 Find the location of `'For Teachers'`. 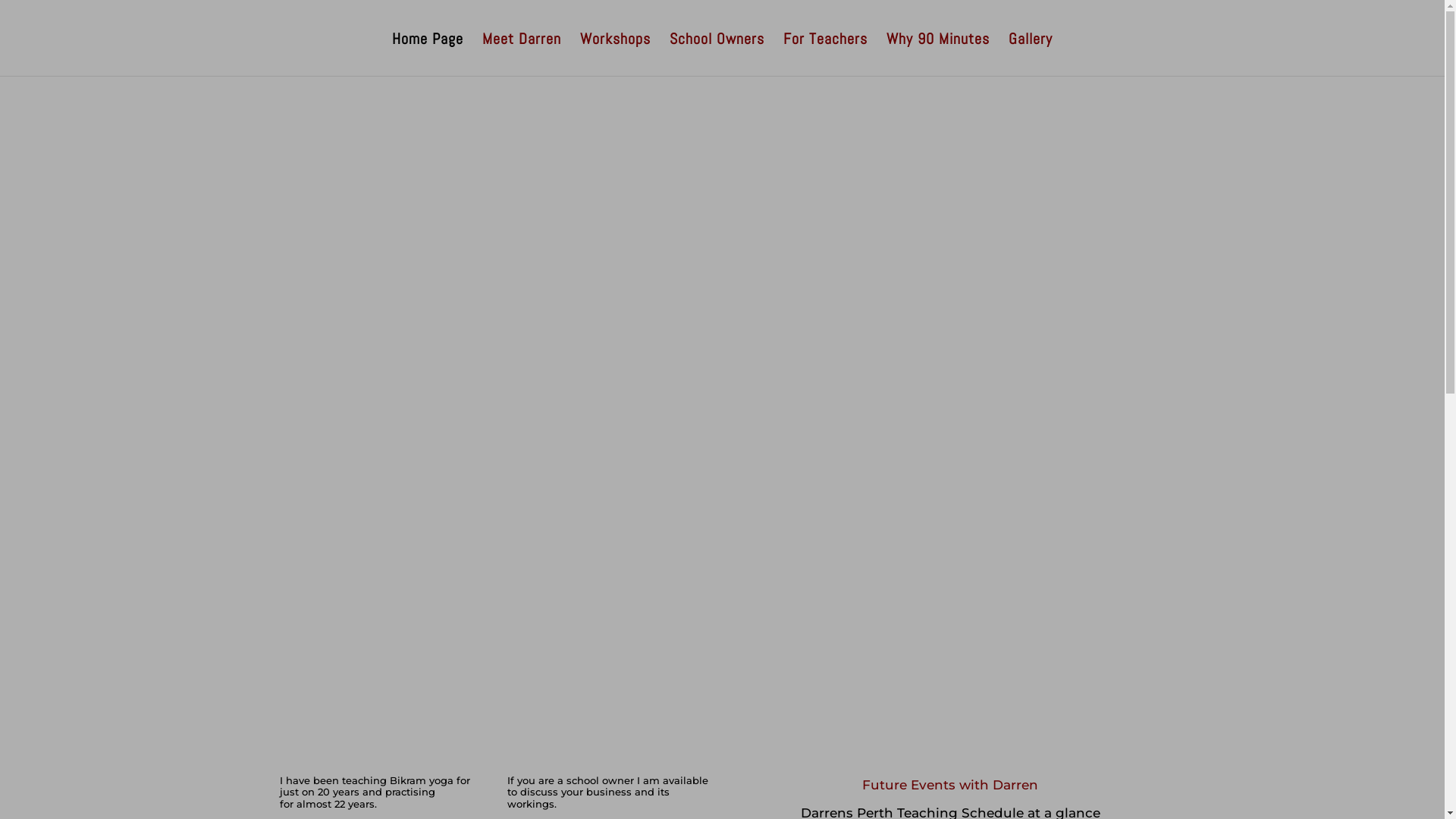

'For Teachers' is located at coordinates (824, 54).